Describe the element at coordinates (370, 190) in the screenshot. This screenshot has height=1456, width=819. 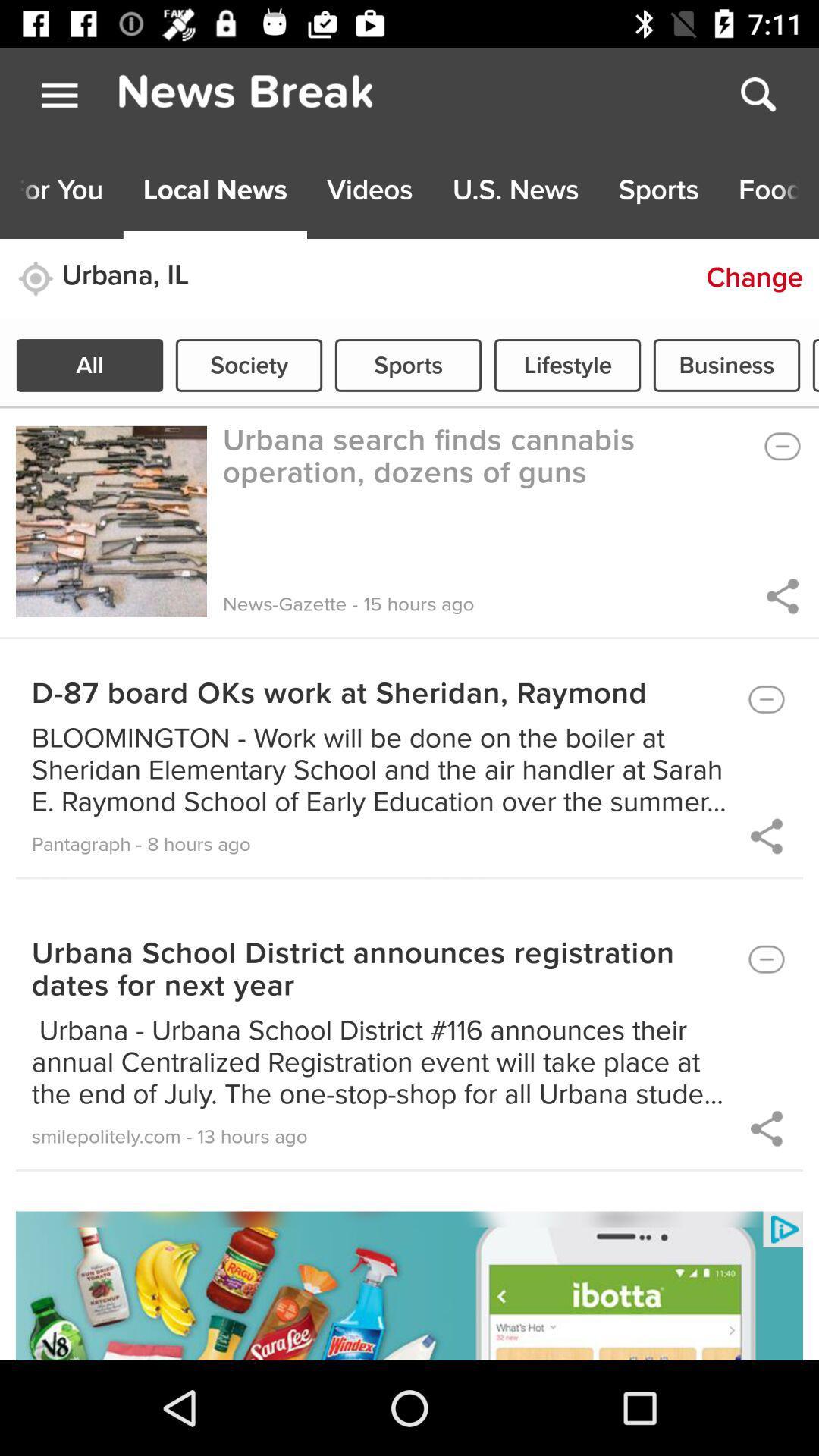
I see `the third button on the top menu bar` at that location.